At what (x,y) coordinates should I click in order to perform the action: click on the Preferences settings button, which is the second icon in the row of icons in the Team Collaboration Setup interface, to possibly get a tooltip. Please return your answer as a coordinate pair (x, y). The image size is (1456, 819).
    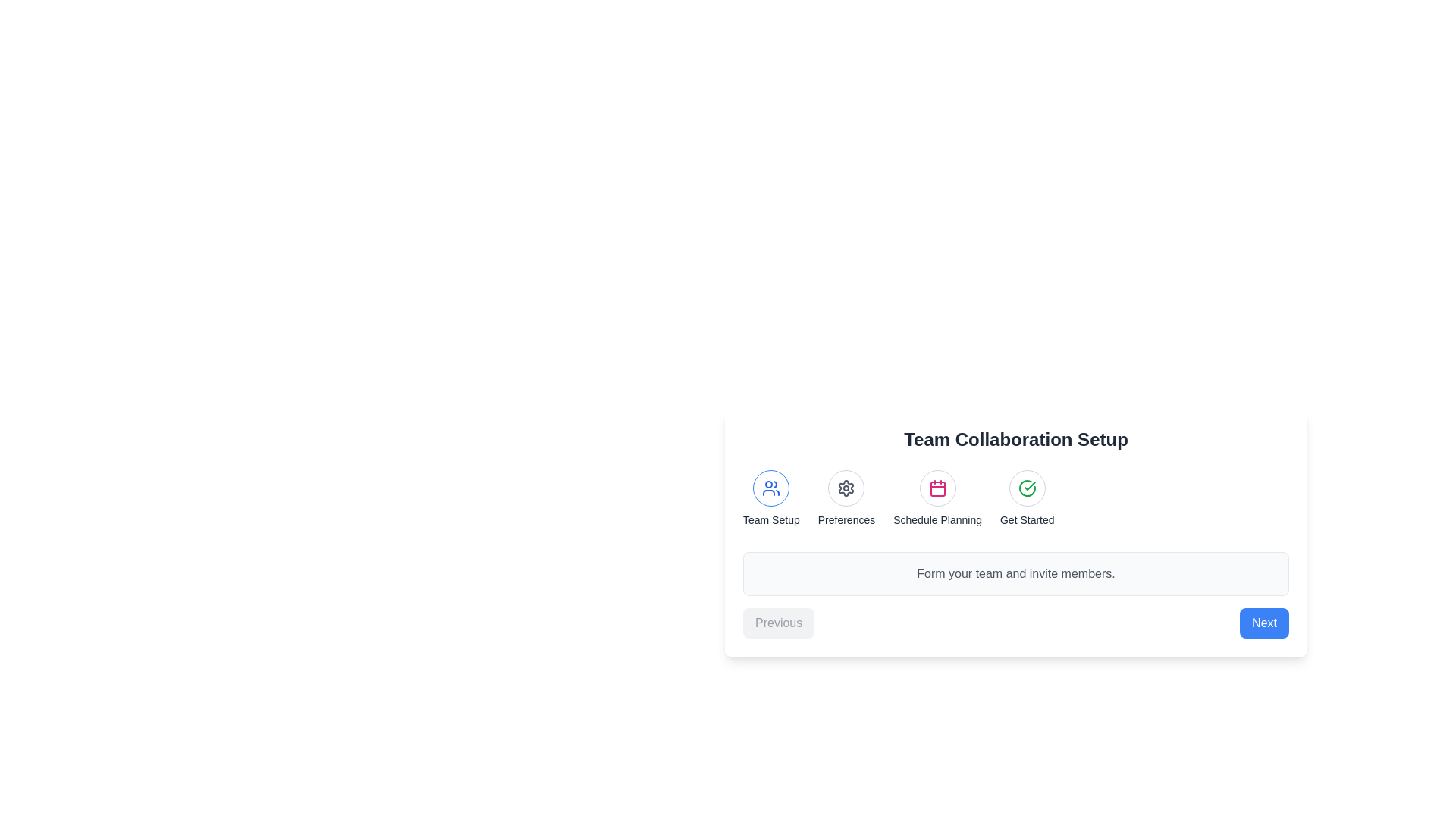
    Looking at the image, I should click on (846, 488).